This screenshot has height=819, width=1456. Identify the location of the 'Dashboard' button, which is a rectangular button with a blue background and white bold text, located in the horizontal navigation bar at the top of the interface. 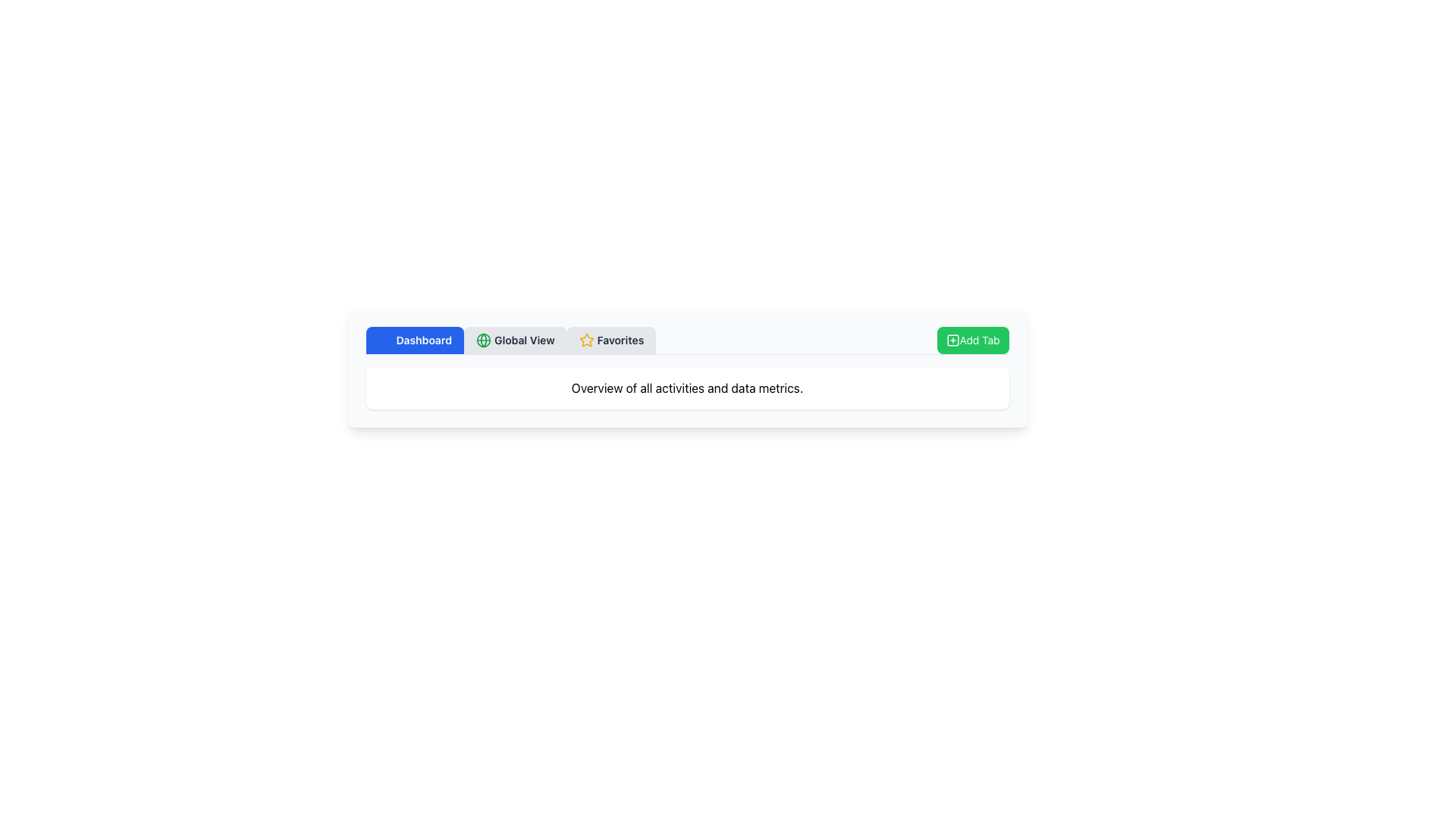
(415, 339).